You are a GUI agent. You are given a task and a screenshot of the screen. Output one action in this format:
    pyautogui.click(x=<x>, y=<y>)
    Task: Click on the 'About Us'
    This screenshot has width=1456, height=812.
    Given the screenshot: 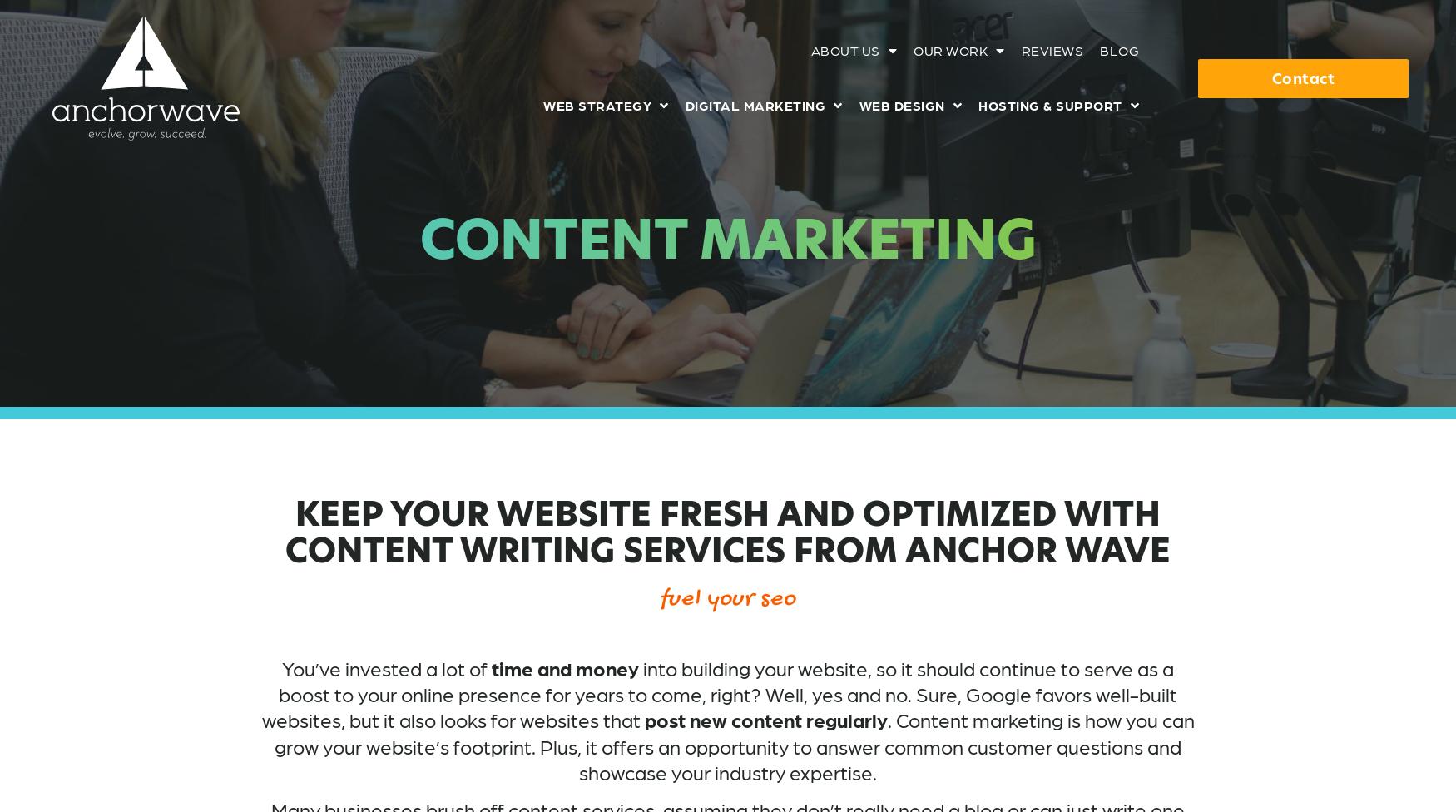 What is the action you would take?
    pyautogui.click(x=810, y=50)
    